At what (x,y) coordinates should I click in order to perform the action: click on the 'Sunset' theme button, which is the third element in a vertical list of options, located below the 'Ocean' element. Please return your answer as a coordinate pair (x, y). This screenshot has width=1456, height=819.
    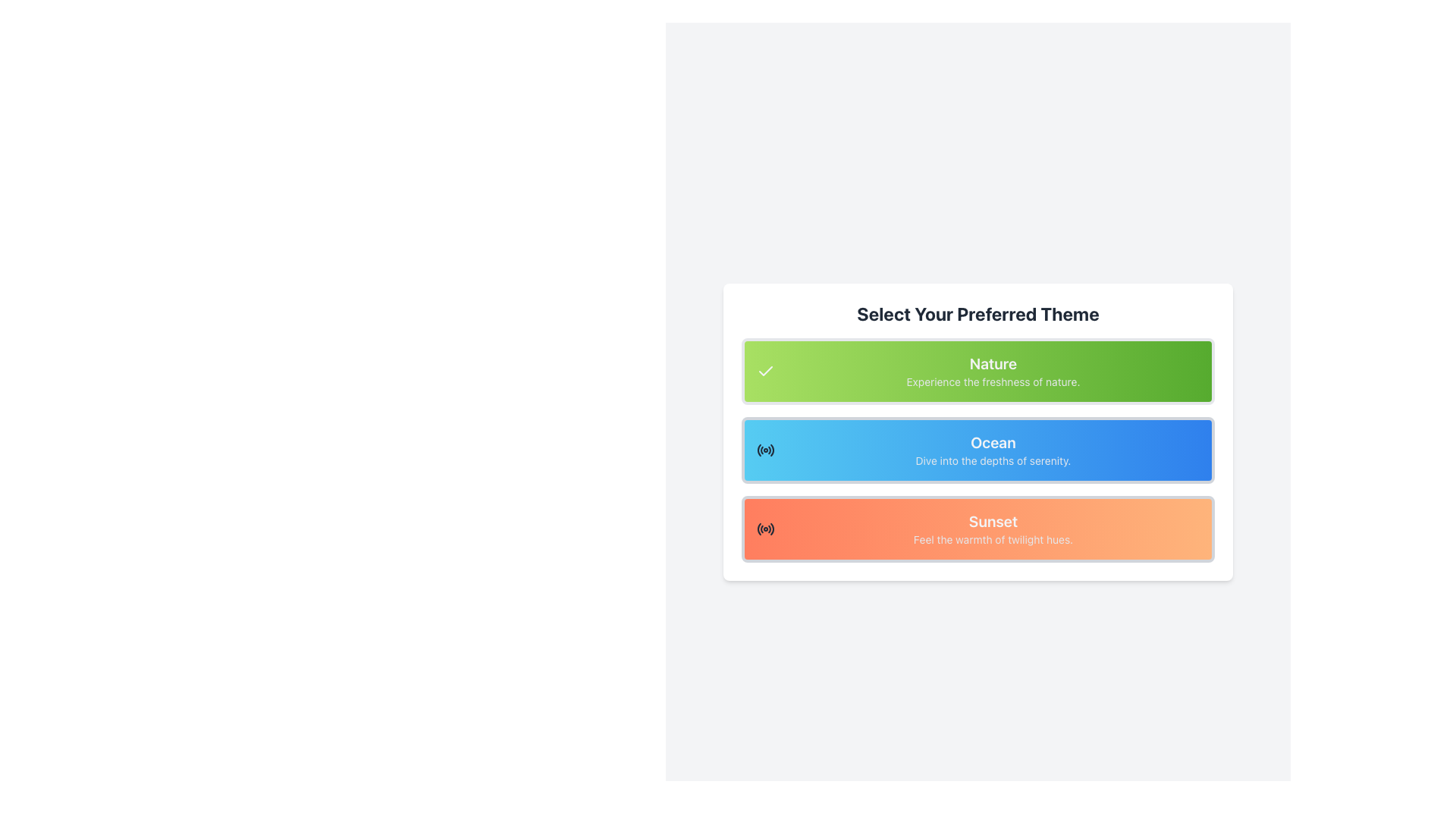
    Looking at the image, I should click on (978, 529).